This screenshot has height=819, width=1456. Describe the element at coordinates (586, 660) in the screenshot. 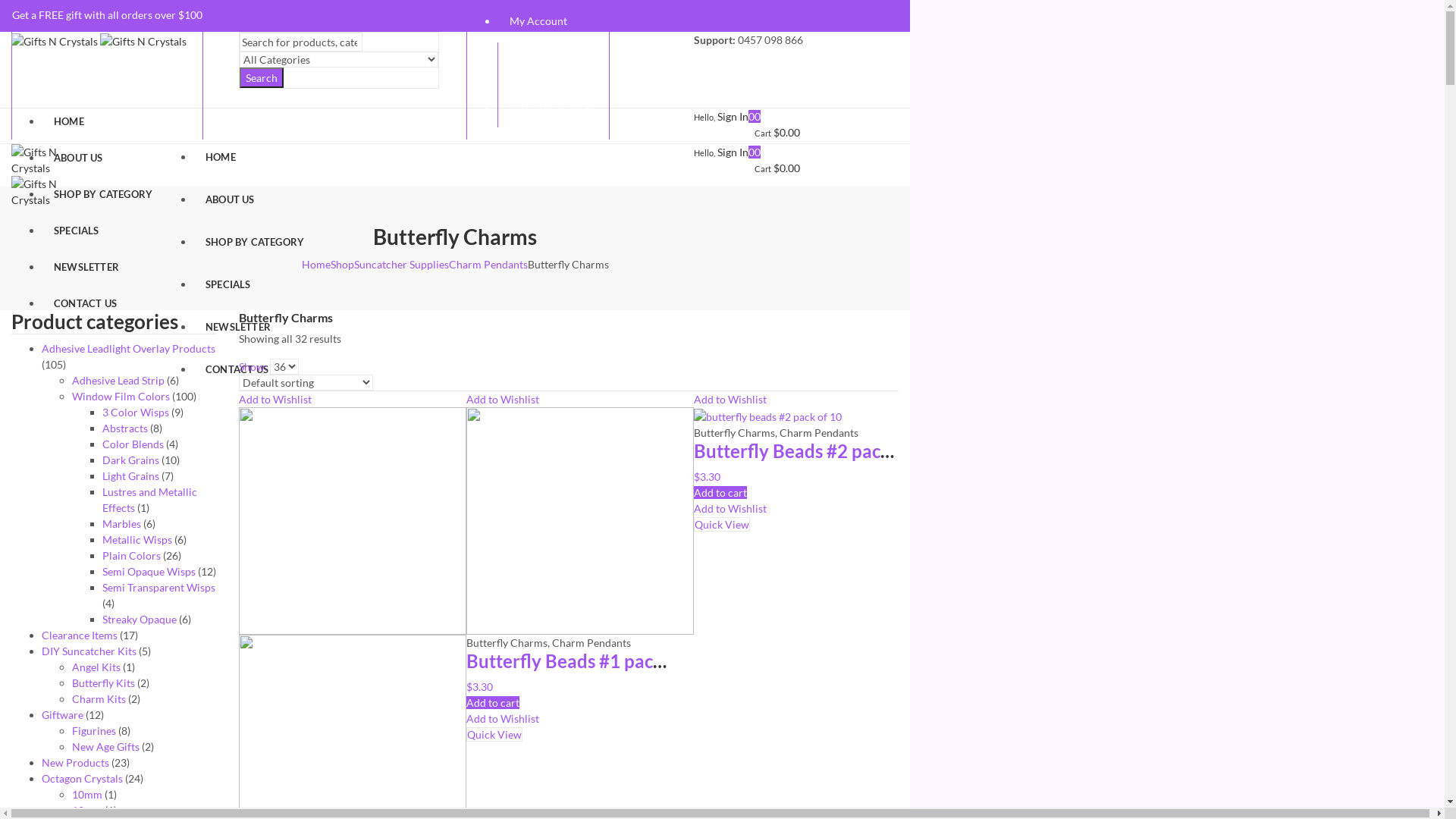

I see `'Butterfly Beads #1 pack of 12'` at that location.